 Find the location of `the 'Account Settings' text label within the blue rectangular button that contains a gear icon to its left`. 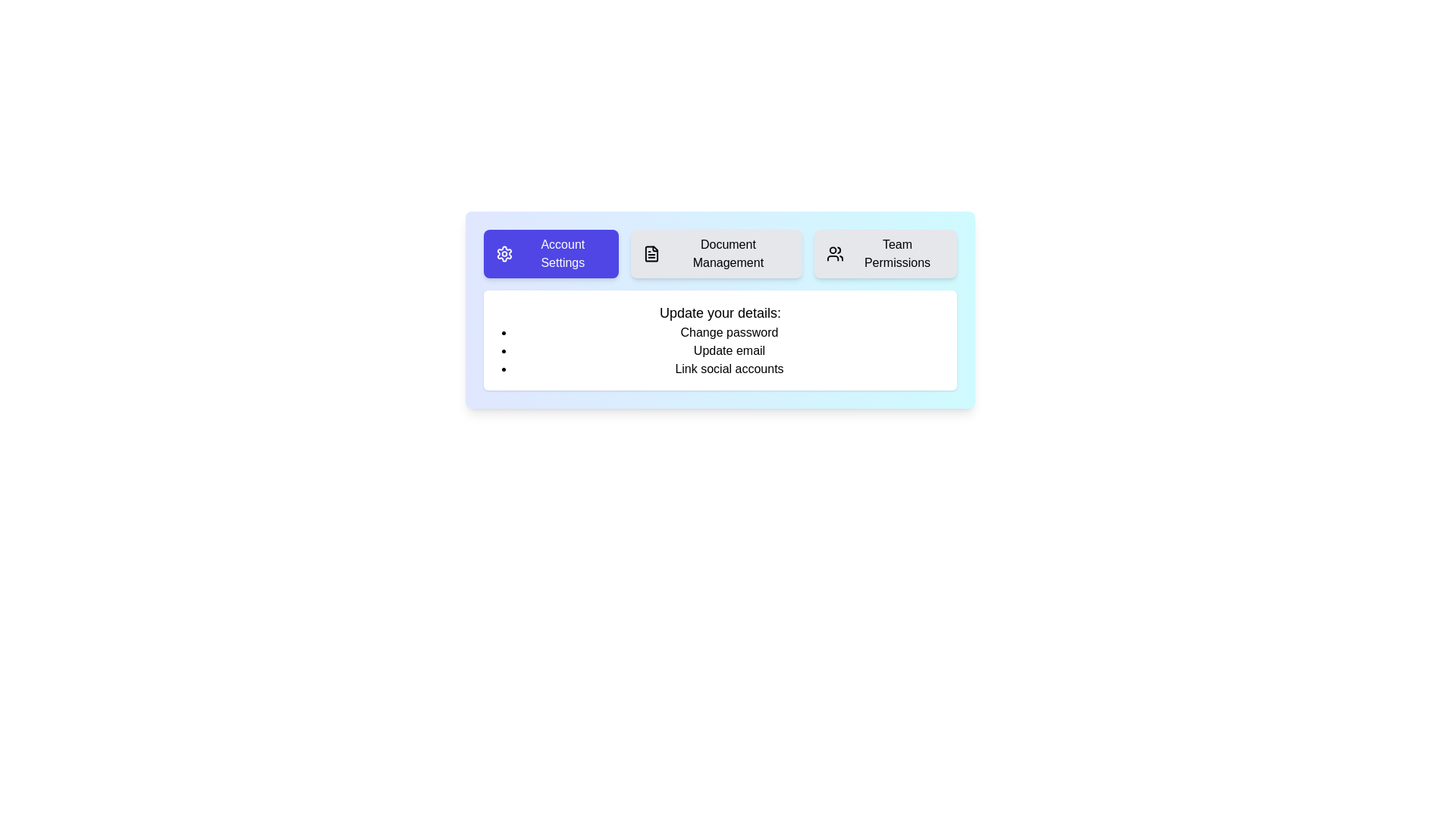

the 'Account Settings' text label within the blue rectangular button that contains a gear icon to its left is located at coordinates (562, 253).